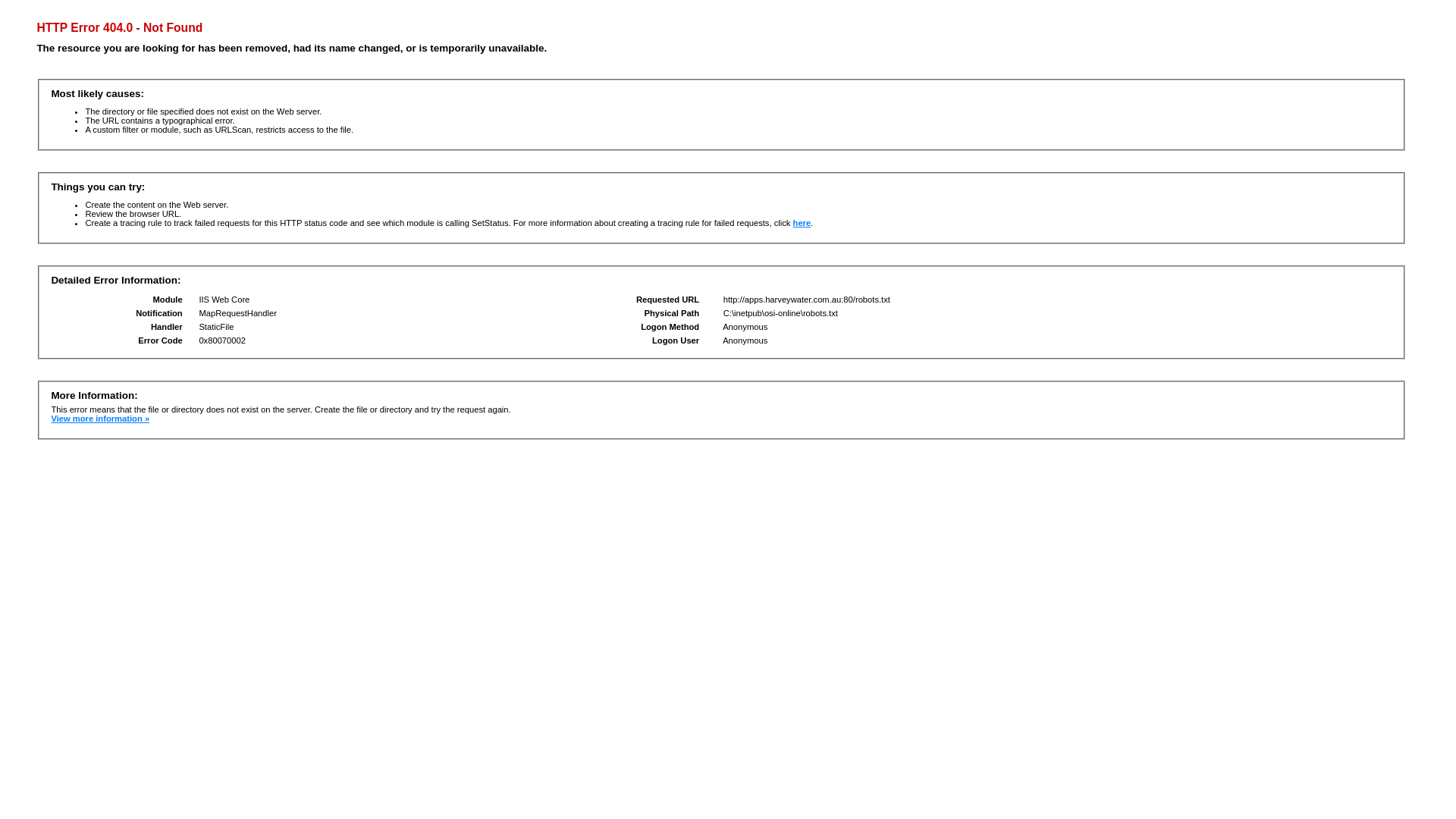 The image size is (1456, 819). Describe the element at coordinates (801, 222) in the screenshot. I see `'here'` at that location.